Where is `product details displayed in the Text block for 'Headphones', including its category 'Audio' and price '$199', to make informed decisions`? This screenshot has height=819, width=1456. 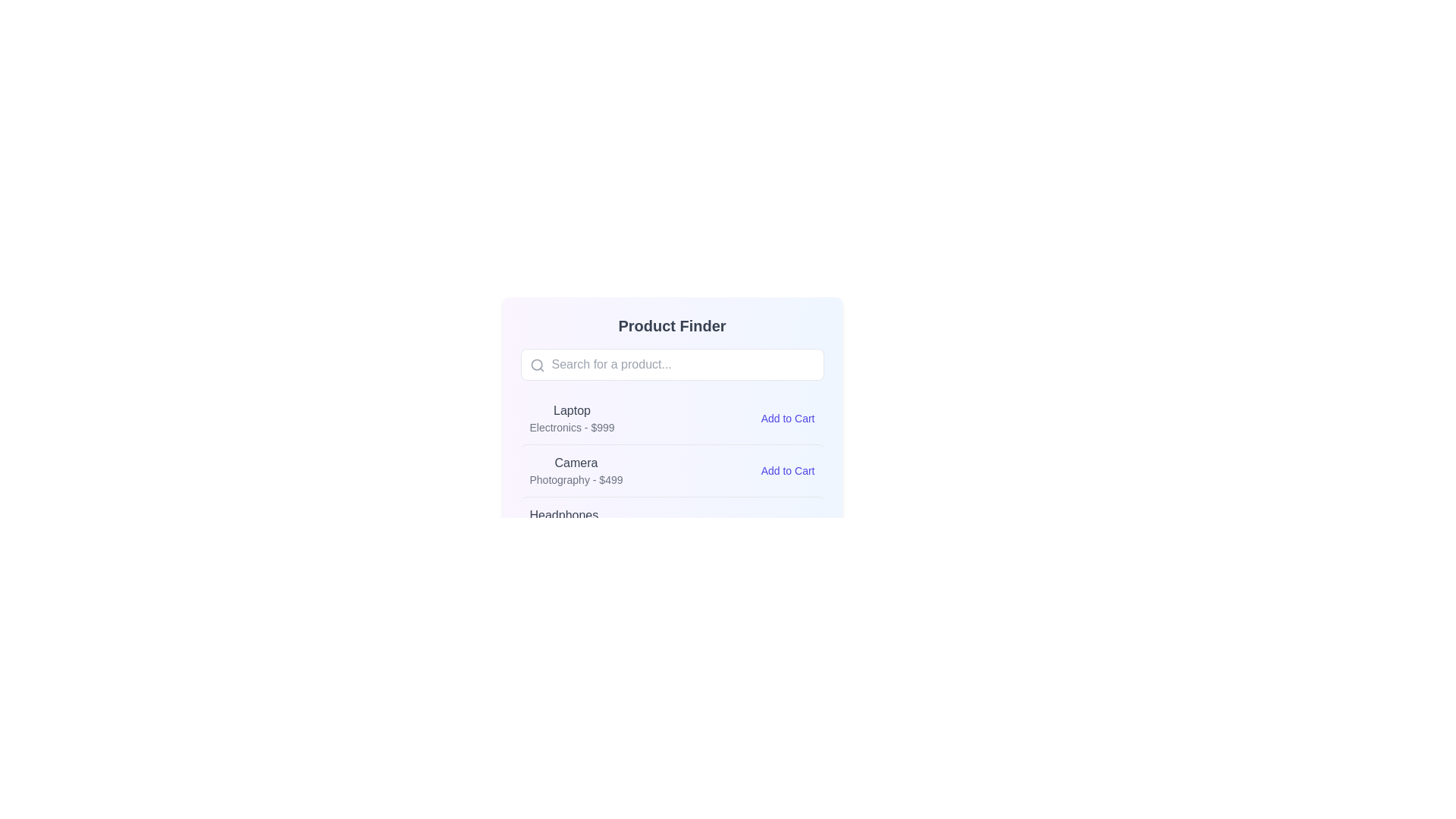
product details displayed in the Text block for 'Headphones', including its category 'Audio' and price '$199', to make informed decisions is located at coordinates (563, 522).